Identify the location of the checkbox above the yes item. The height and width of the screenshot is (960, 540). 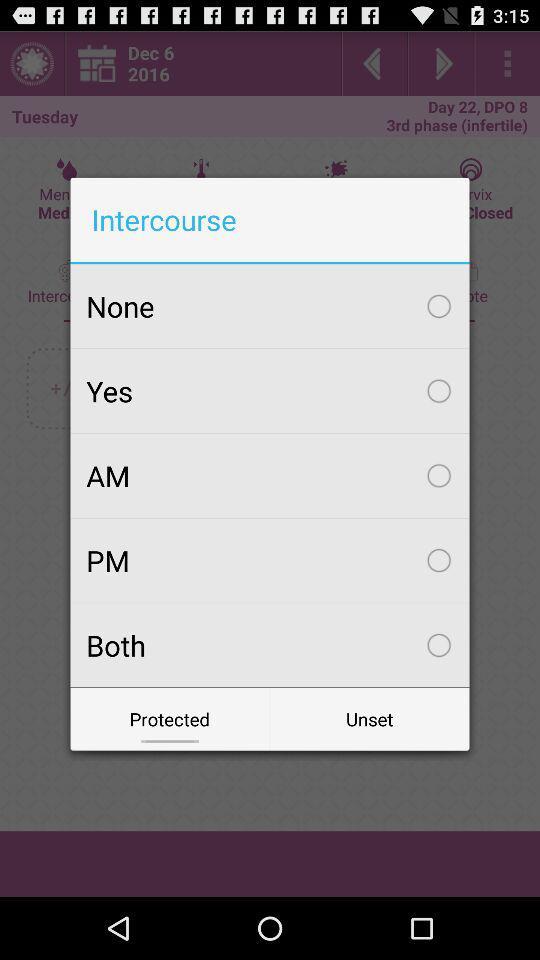
(270, 306).